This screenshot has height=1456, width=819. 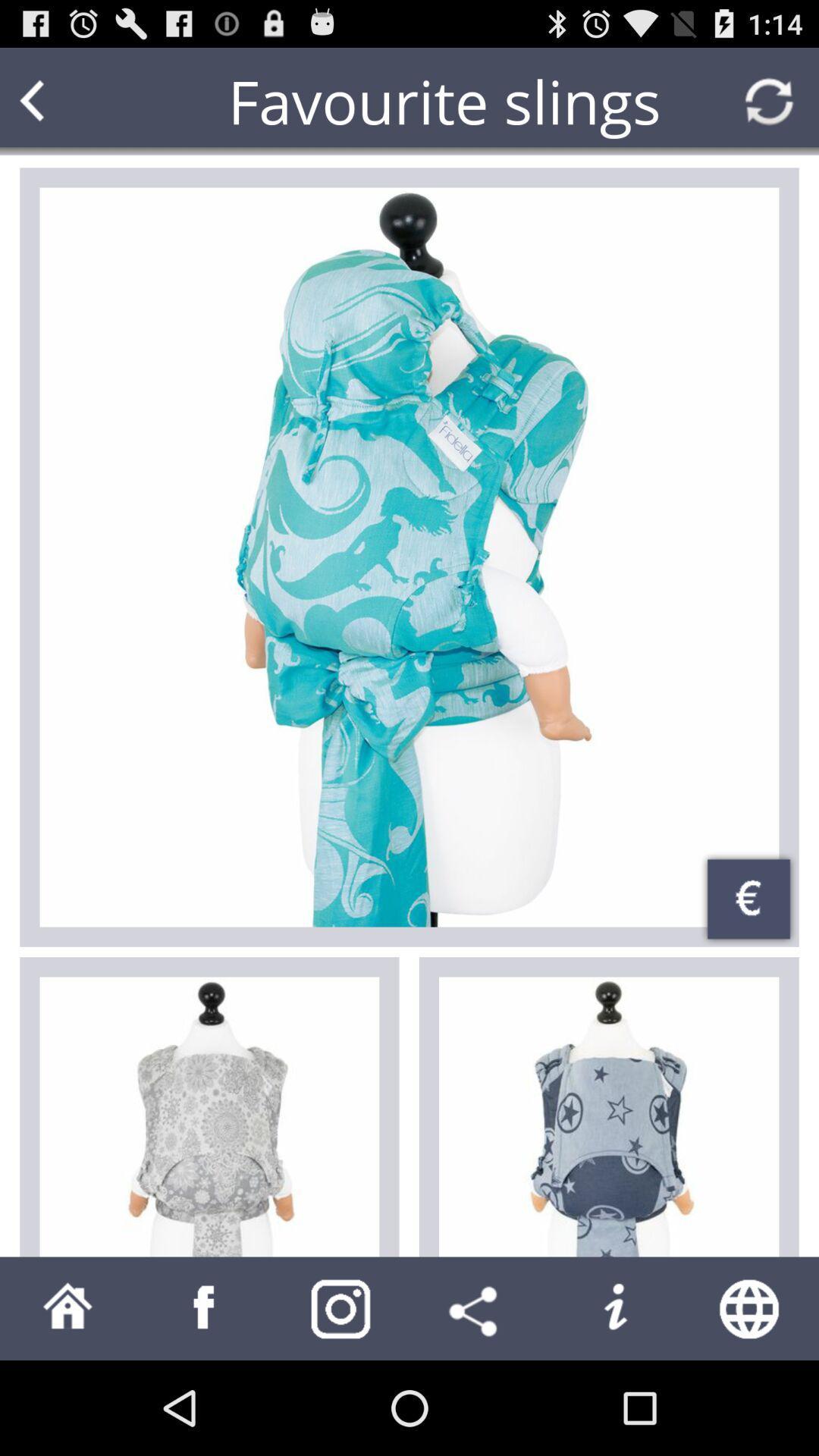 I want to click on access the internet/web browser, so click(x=751, y=1307).